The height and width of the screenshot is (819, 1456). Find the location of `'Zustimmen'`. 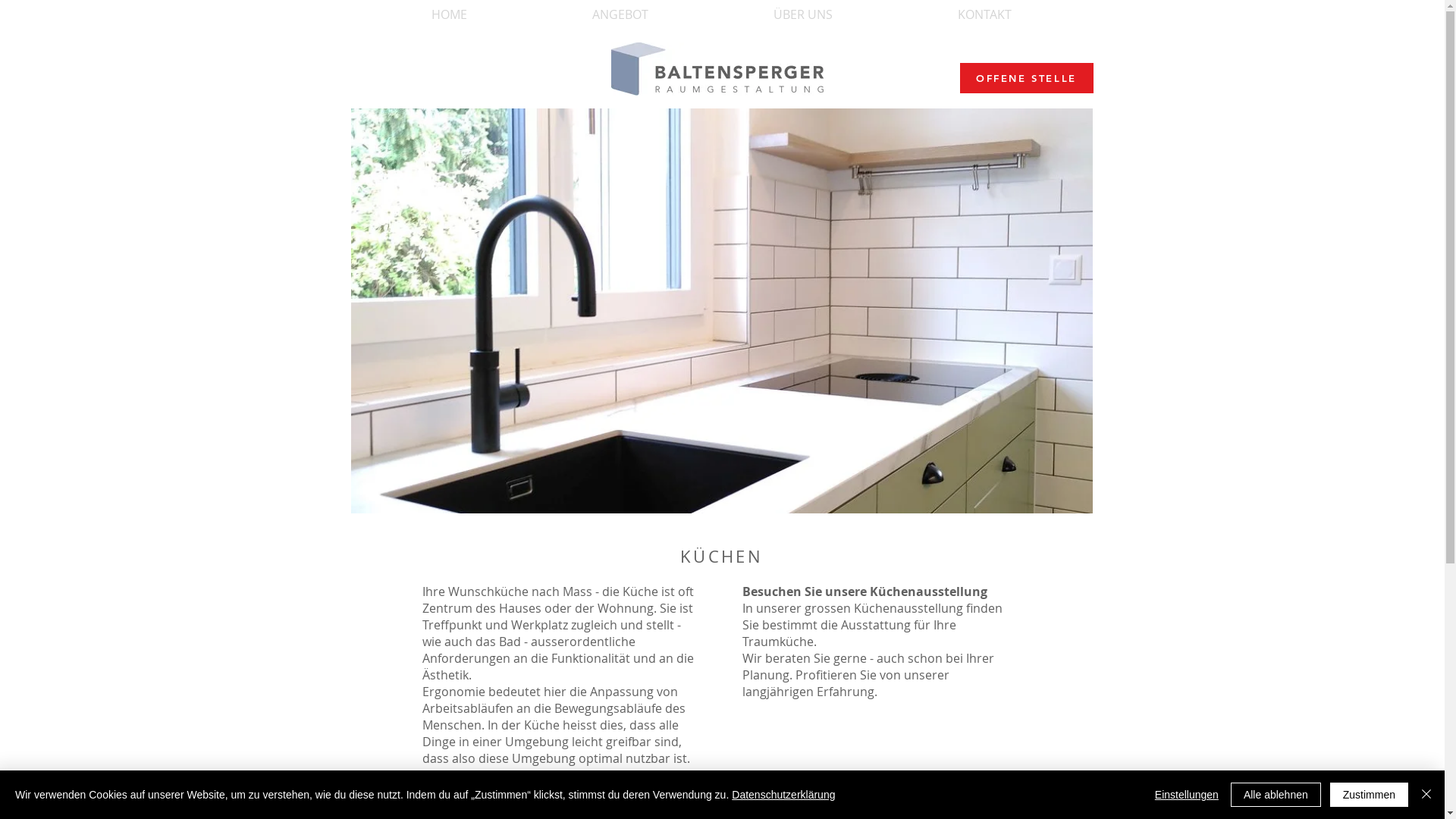

'Zustimmen' is located at coordinates (1329, 794).